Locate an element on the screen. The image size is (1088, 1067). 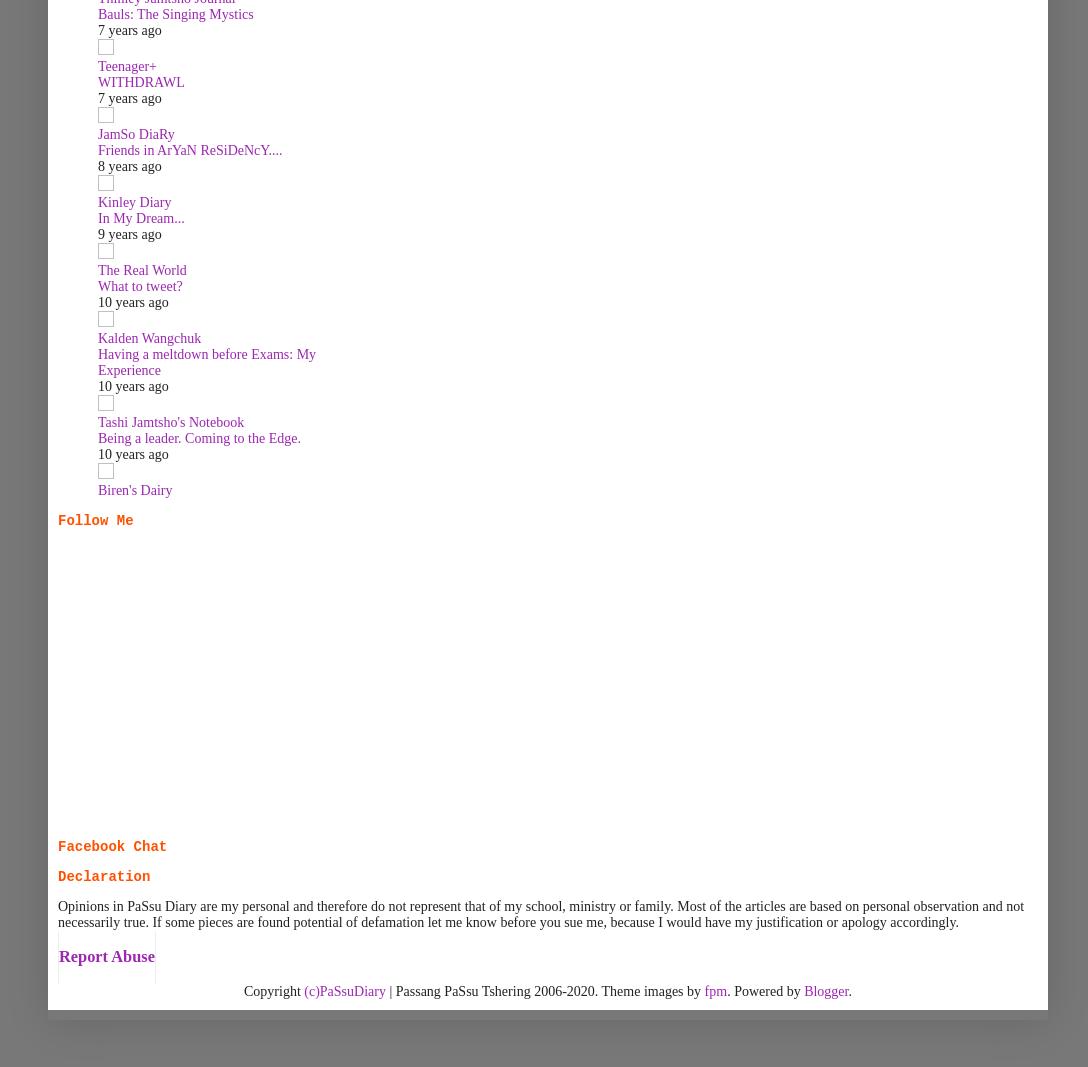
'Biren's Dairy' is located at coordinates (135, 489).